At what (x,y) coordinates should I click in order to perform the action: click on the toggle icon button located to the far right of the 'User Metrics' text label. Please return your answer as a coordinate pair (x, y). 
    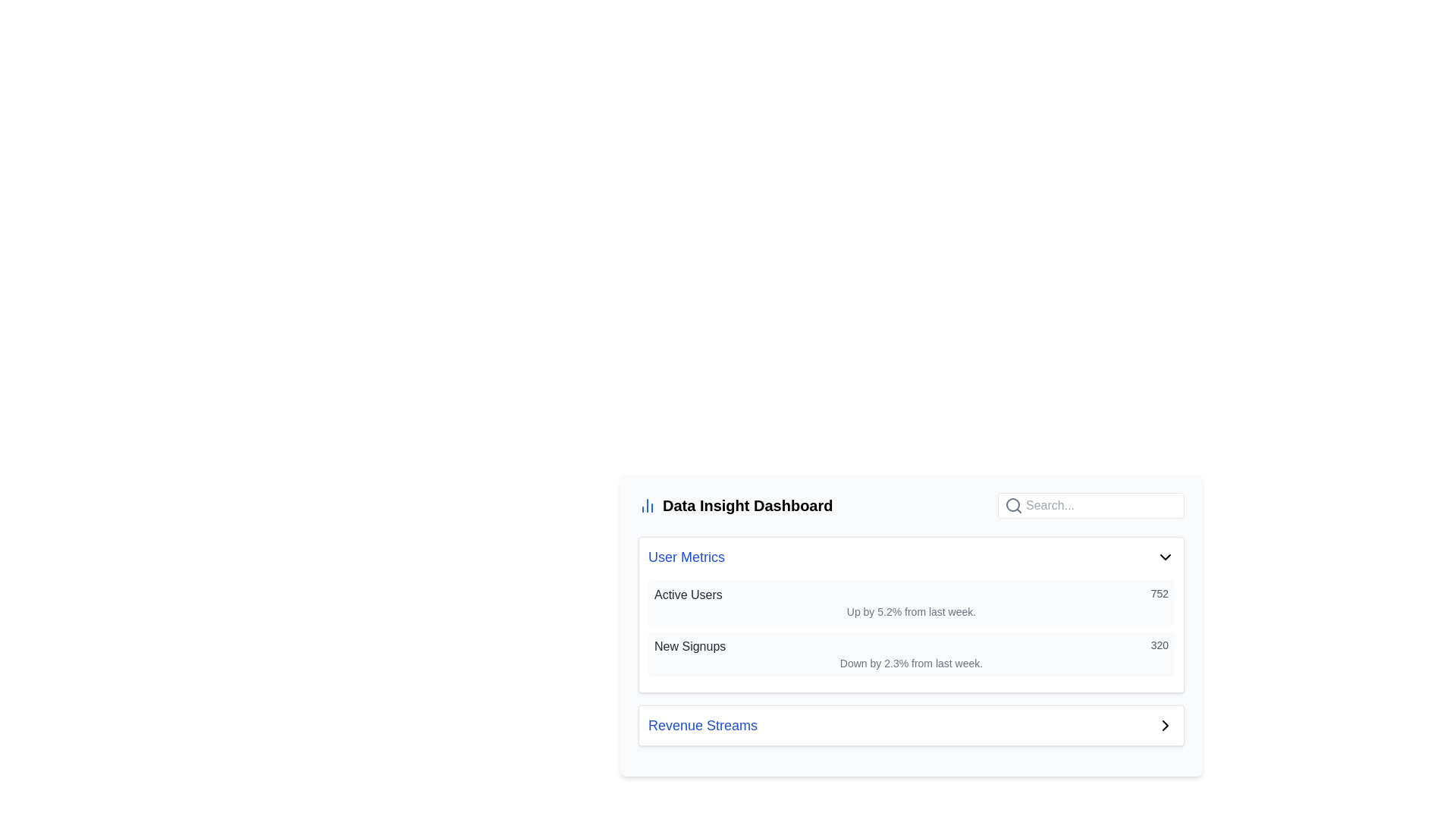
    Looking at the image, I should click on (1164, 557).